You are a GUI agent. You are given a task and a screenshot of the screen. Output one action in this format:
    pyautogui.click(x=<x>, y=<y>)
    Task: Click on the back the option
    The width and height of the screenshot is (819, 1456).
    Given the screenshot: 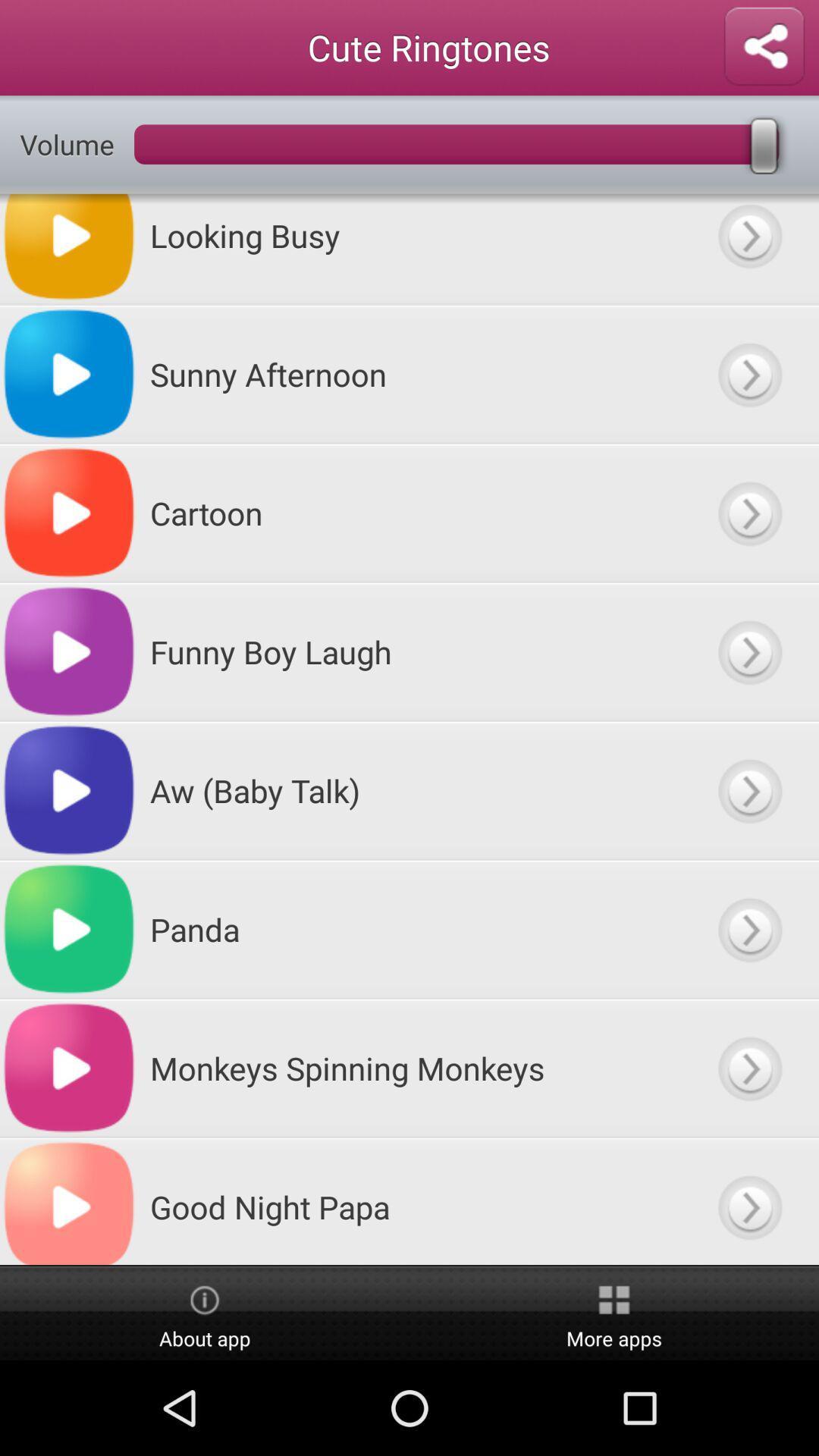 What is the action you would take?
    pyautogui.click(x=748, y=374)
    